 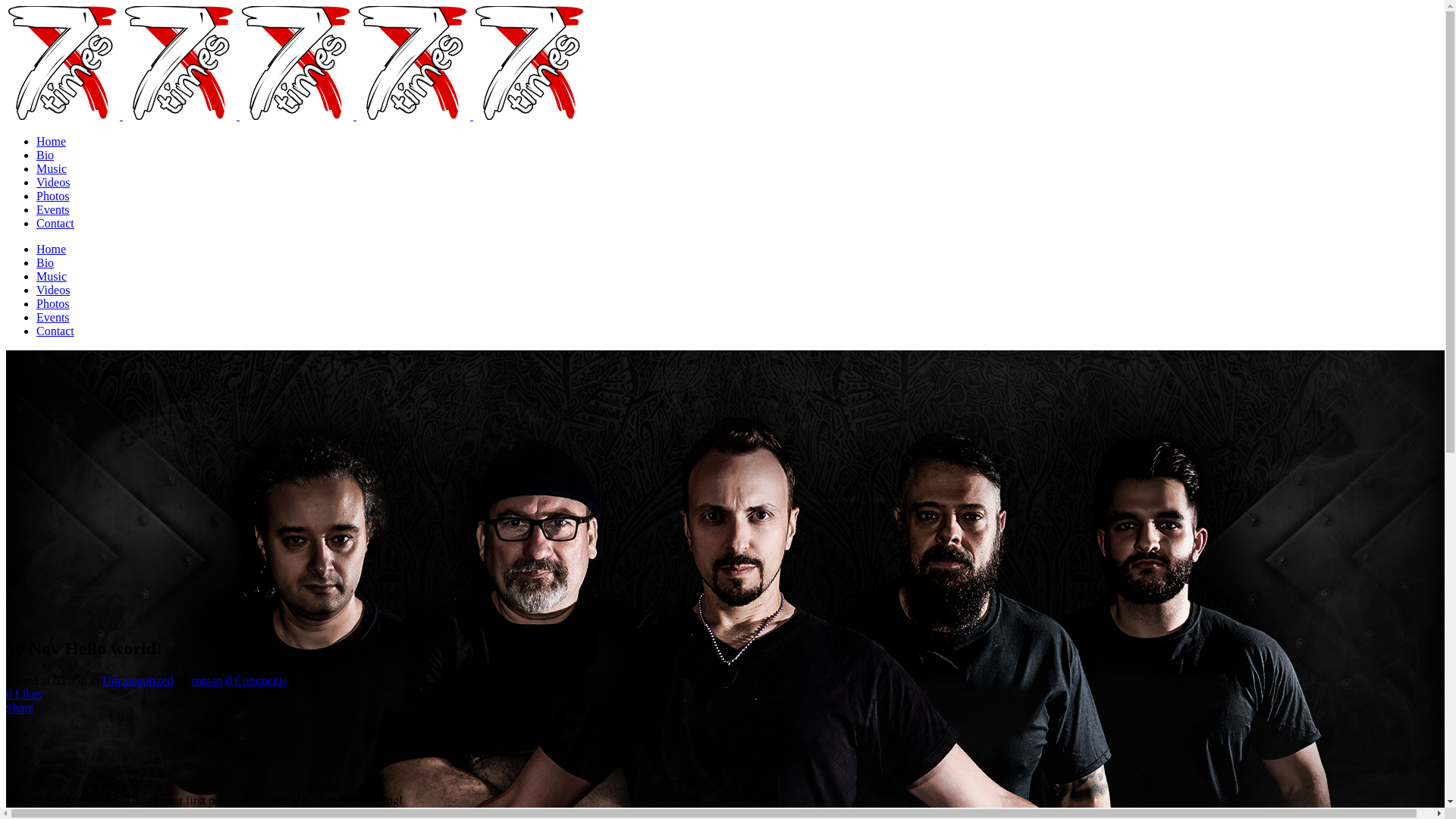 What do you see at coordinates (53, 181) in the screenshot?
I see `'Videos'` at bounding box center [53, 181].